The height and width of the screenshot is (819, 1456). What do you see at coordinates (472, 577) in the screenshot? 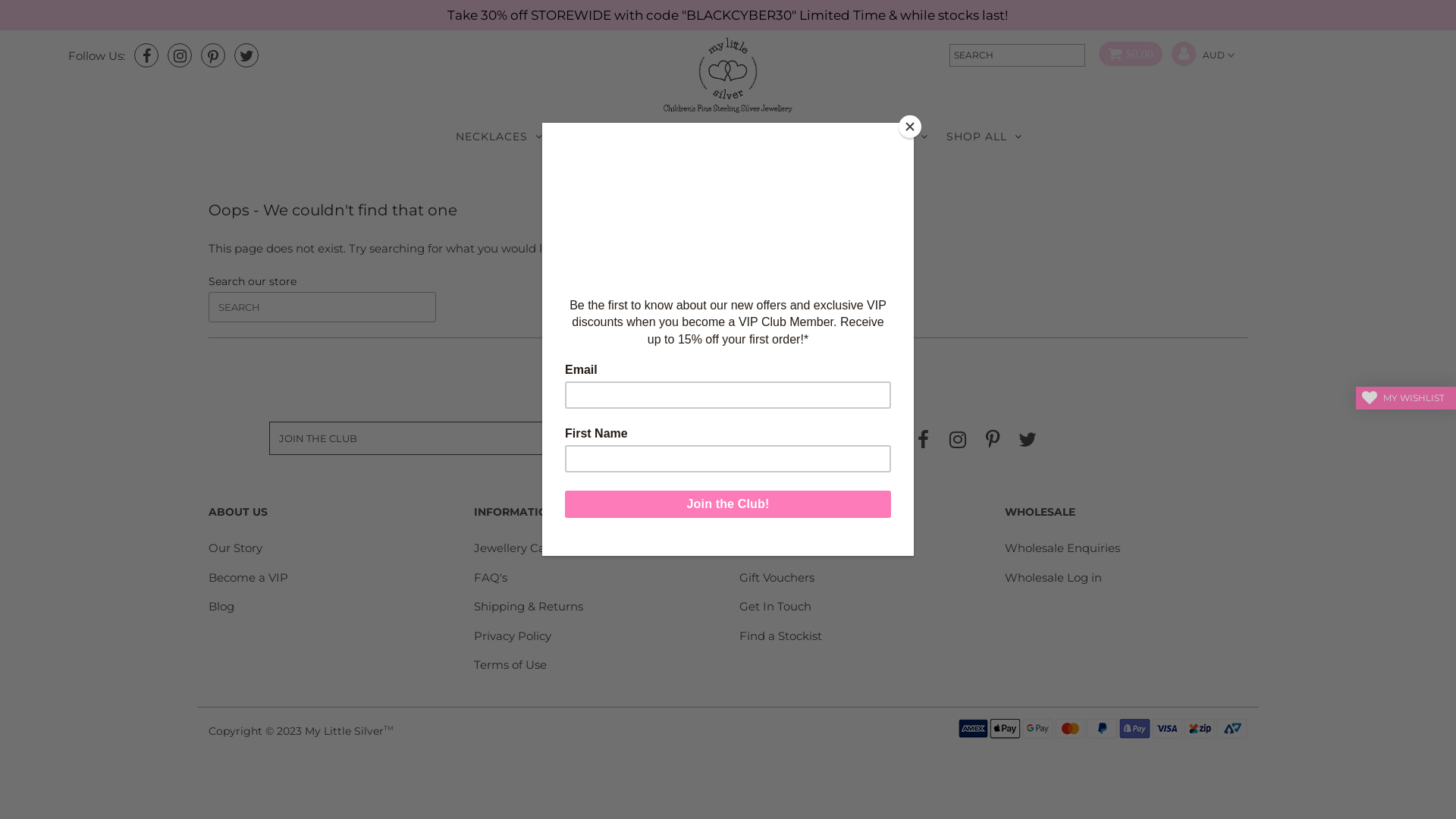
I see `'FAQ's'` at bounding box center [472, 577].